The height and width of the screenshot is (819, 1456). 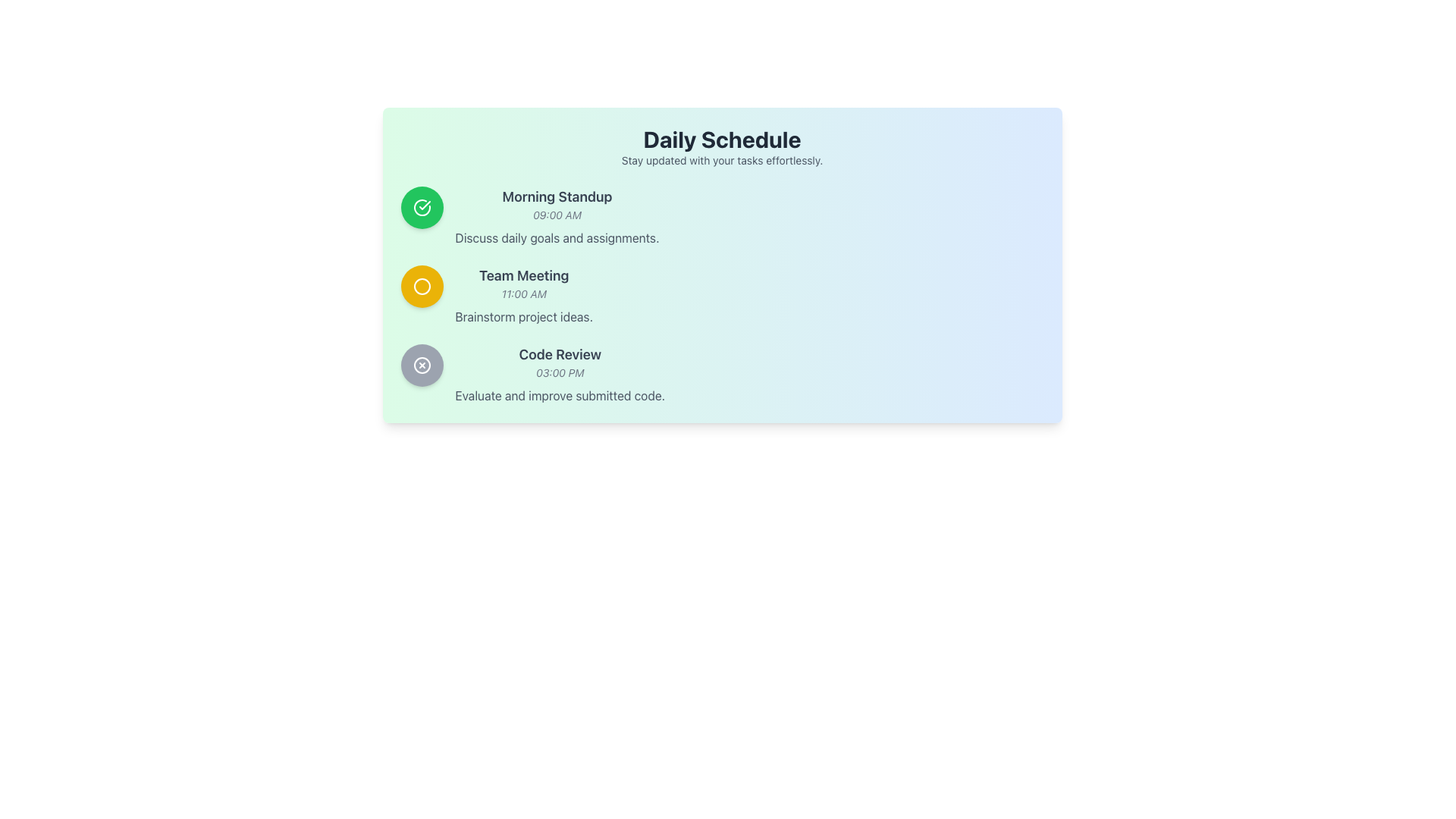 What do you see at coordinates (422, 287) in the screenshot?
I see `the SVG Circle Graphic representing the 'Team Meeting' event, which is the second circular icon in a vertical stack of three icons, visually aligned to the left of the event's text description` at bounding box center [422, 287].